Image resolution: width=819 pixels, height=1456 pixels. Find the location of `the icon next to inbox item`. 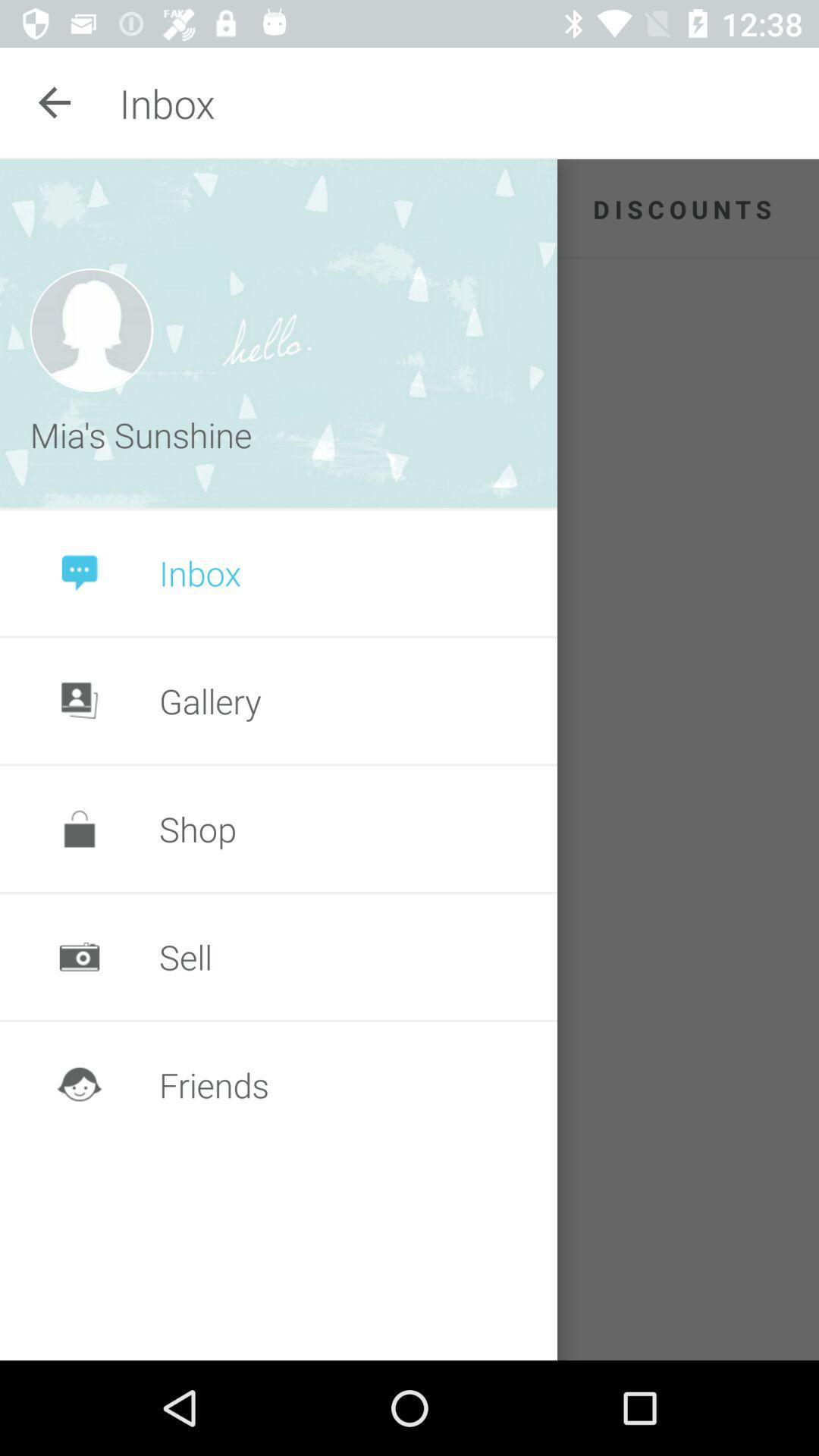

the icon next to inbox item is located at coordinates (55, 102).